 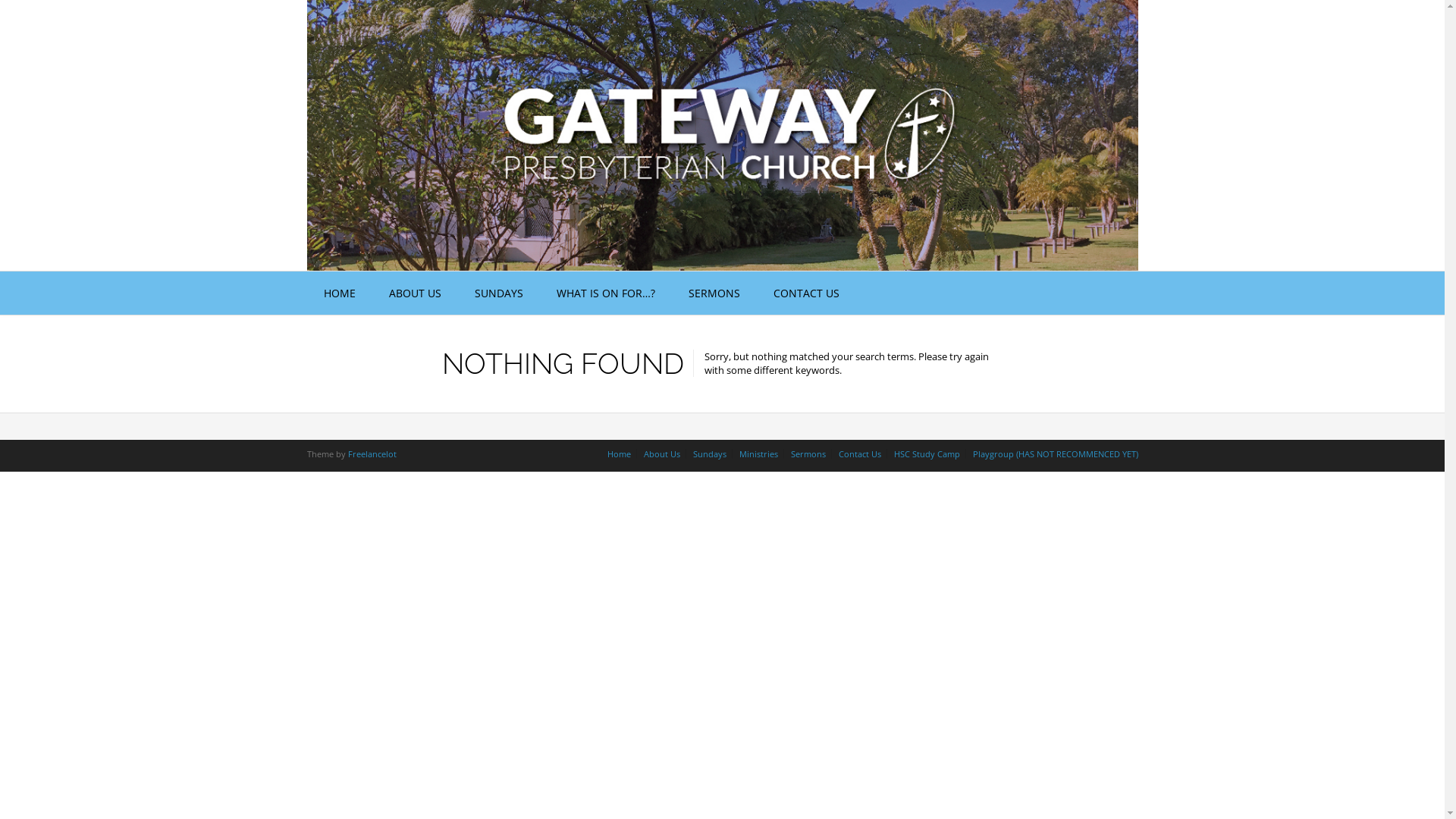 What do you see at coordinates (758, 453) in the screenshot?
I see `'Ministries'` at bounding box center [758, 453].